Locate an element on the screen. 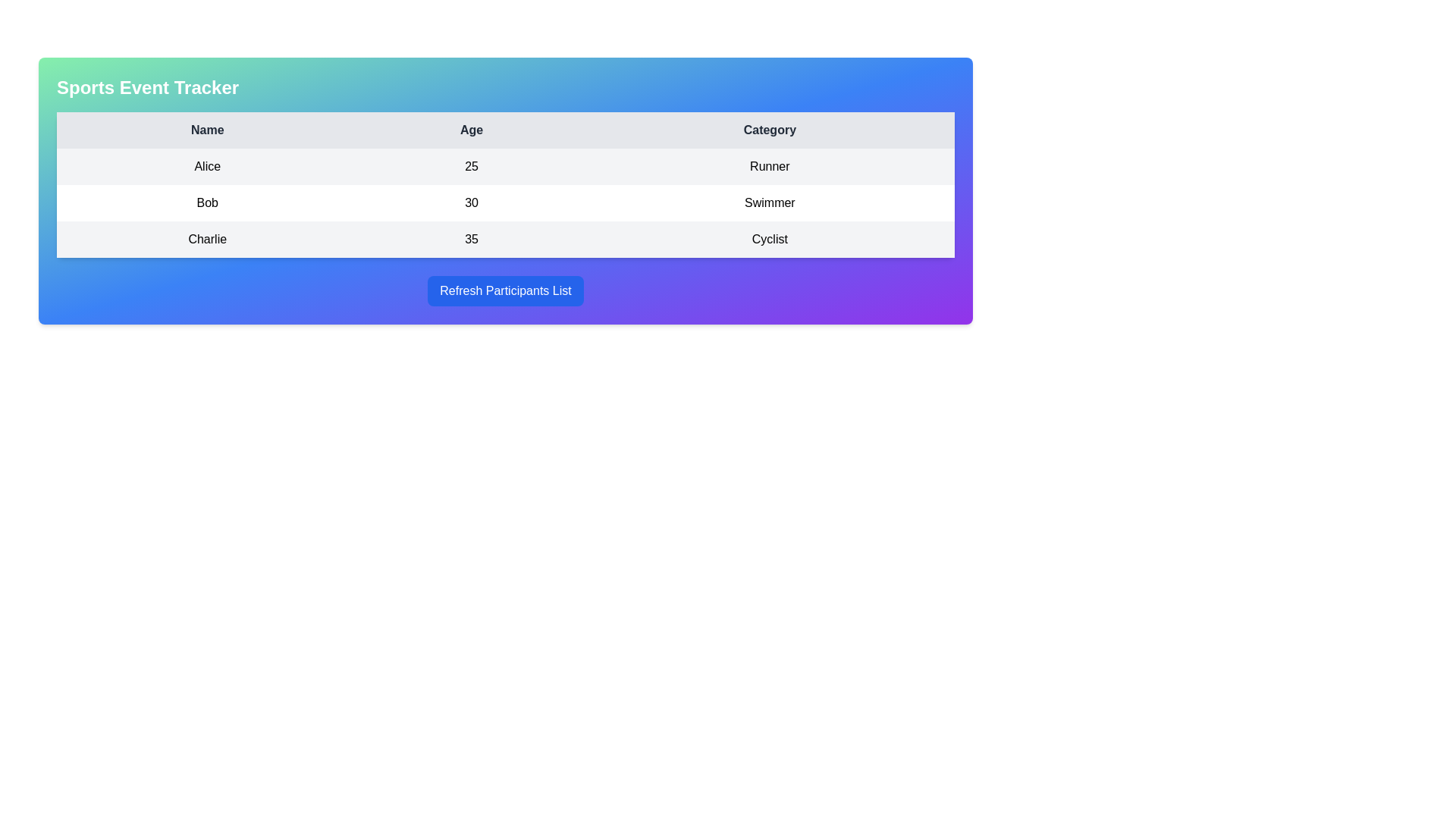  the static text indicating the category of participant 'Charlie', located in the rightmost column of the last row in the participant data table is located at coordinates (770, 239).